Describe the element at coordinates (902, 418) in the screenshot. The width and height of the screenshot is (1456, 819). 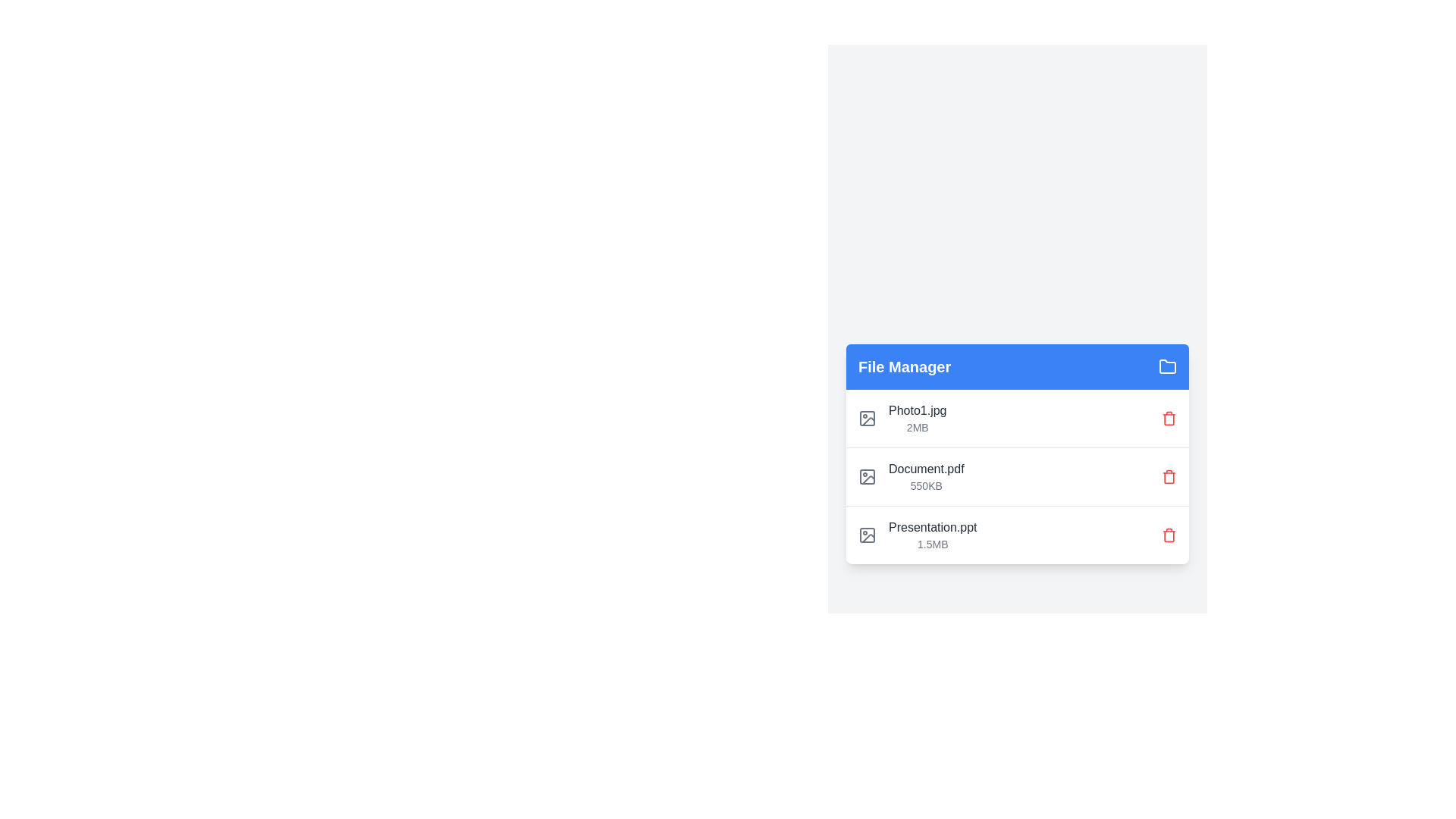
I see `the first list item representing the file entry for 'Photo1.jpg'` at that location.